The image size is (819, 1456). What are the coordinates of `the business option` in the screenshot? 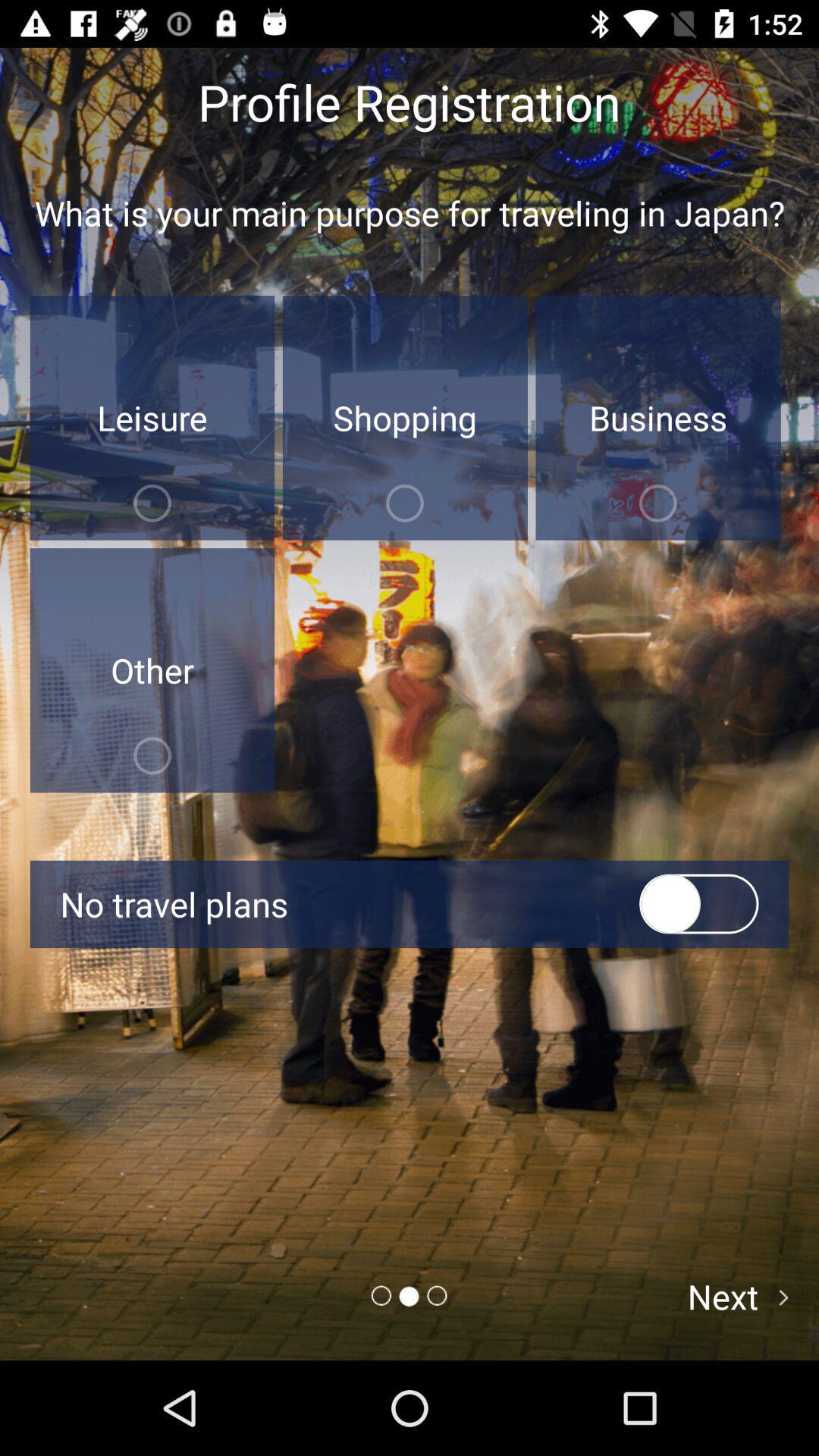 It's located at (657, 418).